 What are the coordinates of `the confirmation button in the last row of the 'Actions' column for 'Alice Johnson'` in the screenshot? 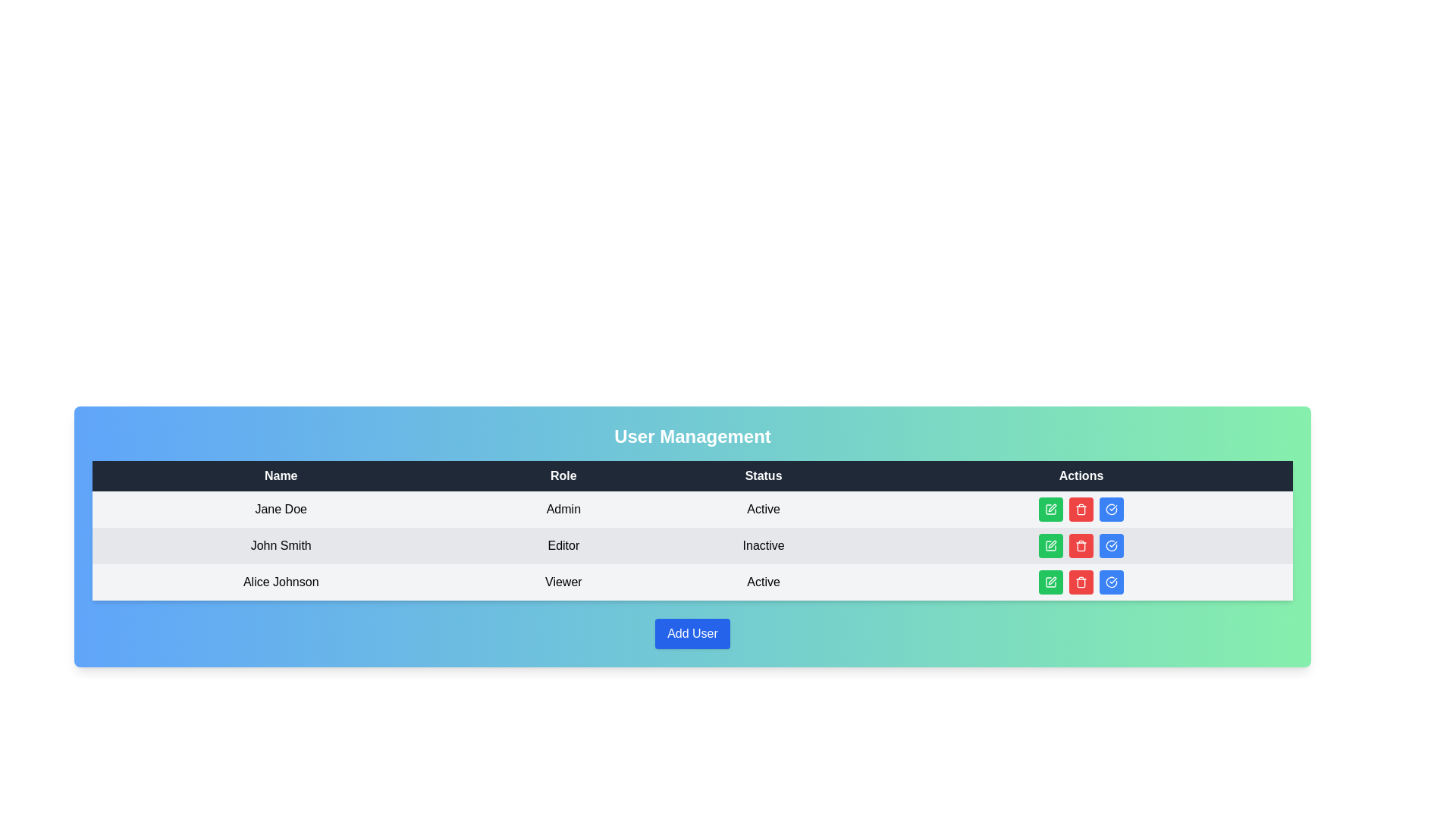 It's located at (1111, 581).